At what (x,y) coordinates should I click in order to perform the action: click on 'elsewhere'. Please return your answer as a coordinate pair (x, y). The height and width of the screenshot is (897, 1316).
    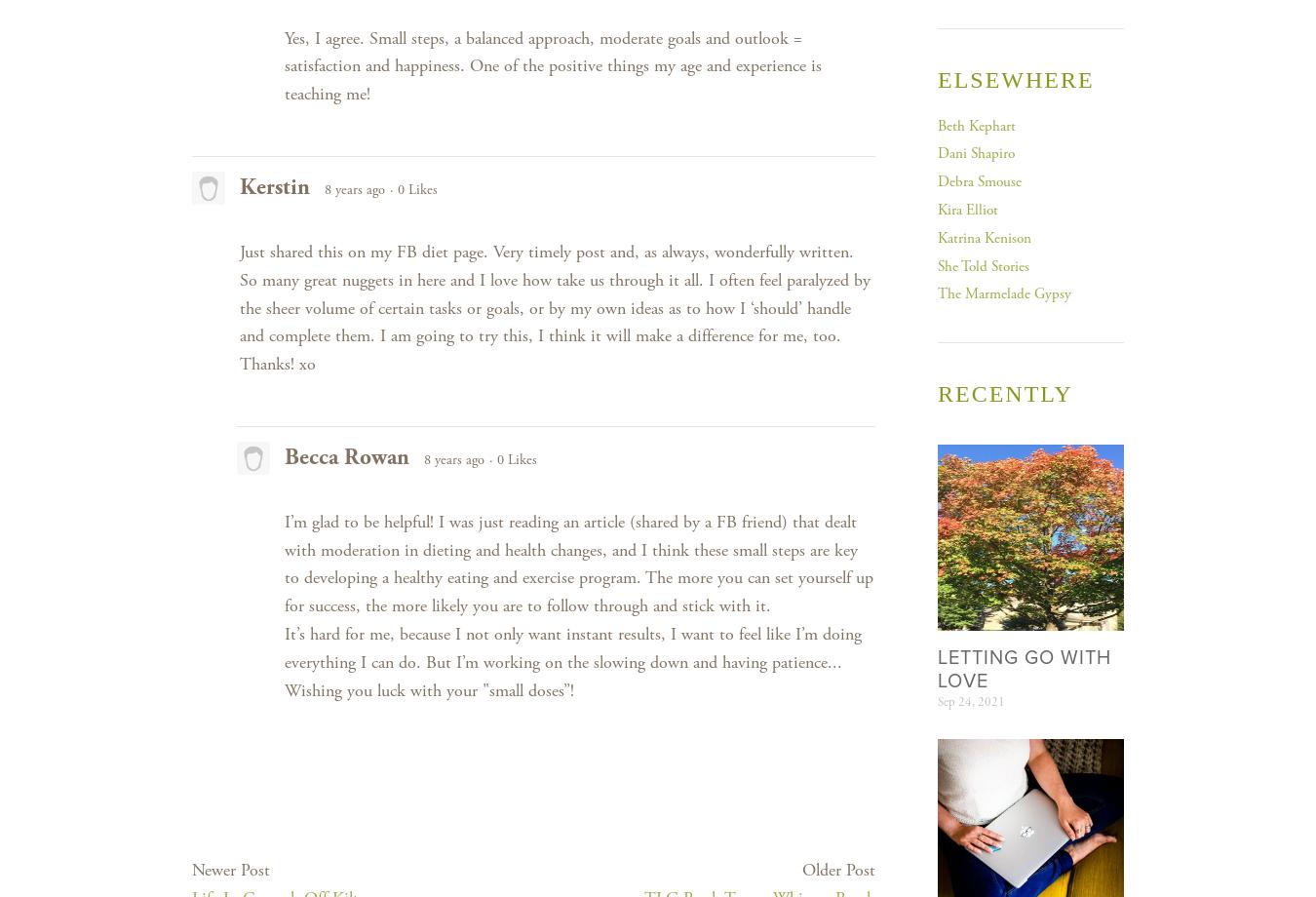
    Looking at the image, I should click on (1016, 79).